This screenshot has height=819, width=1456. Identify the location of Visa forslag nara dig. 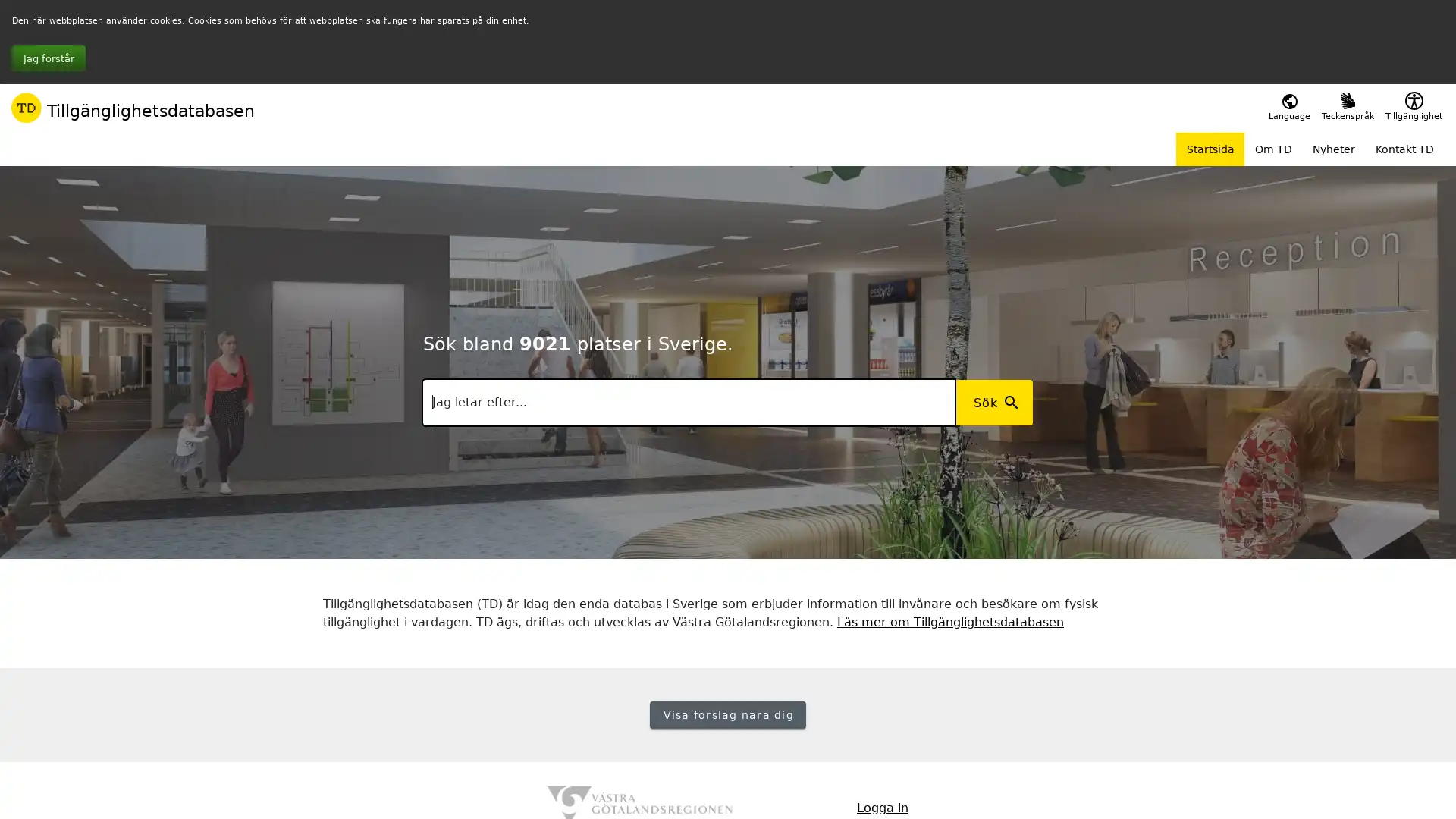
(726, 714).